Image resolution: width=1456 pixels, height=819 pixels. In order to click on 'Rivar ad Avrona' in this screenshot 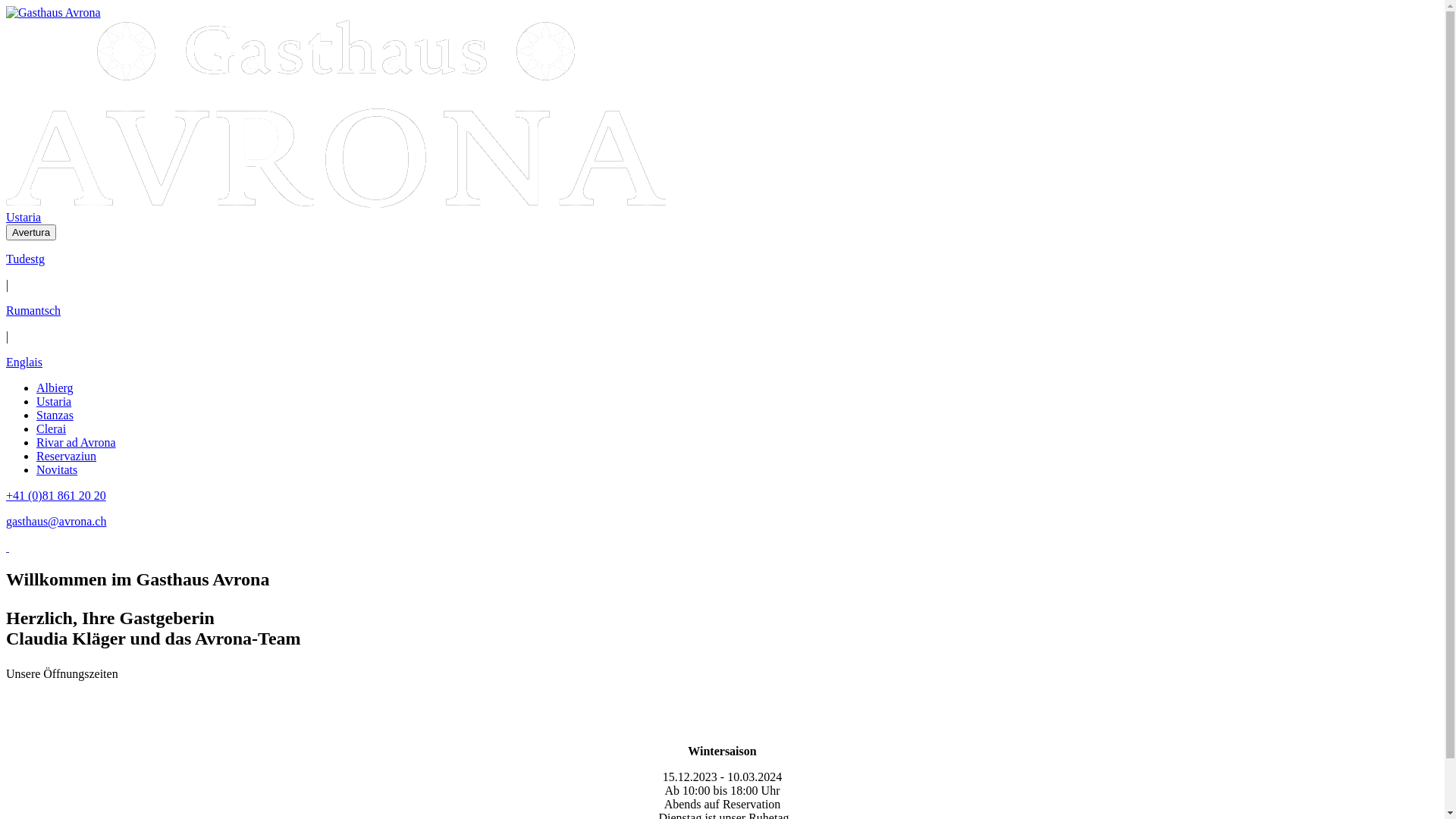, I will do `click(75, 442)`.